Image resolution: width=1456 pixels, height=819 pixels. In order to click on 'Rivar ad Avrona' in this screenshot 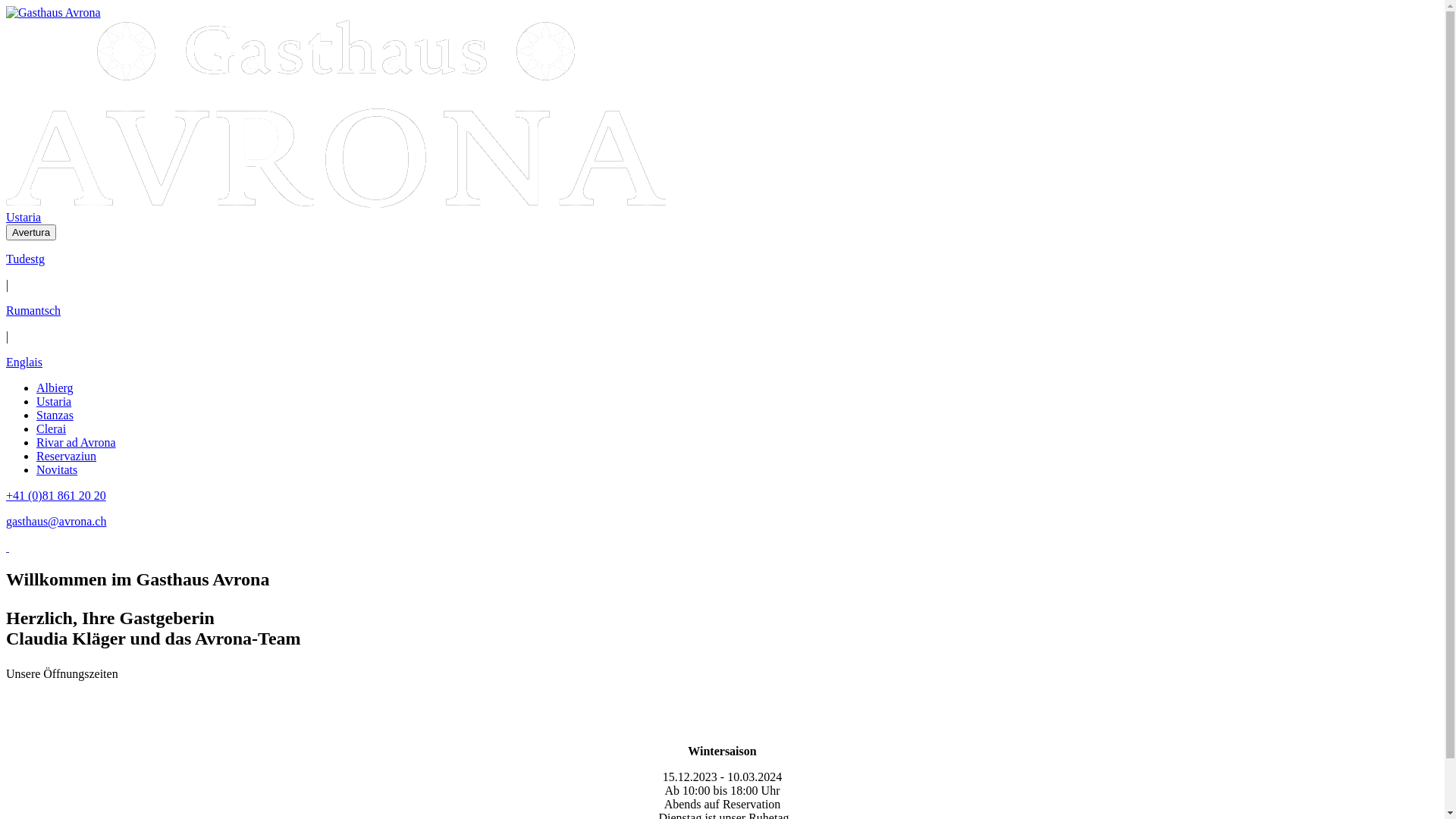, I will do `click(75, 442)`.